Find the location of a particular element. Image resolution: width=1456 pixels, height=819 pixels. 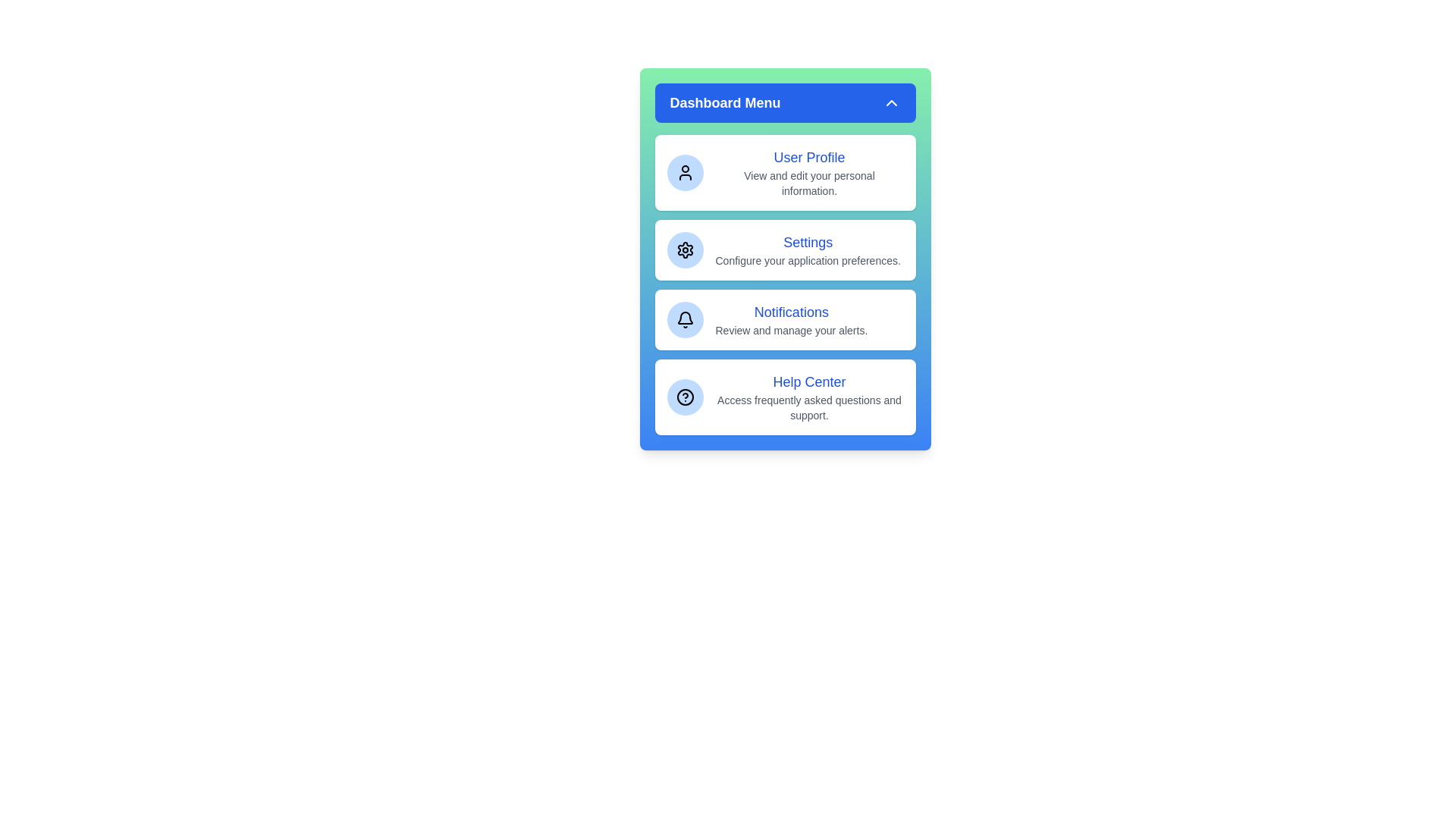

the menu option Notifications is located at coordinates (785, 318).